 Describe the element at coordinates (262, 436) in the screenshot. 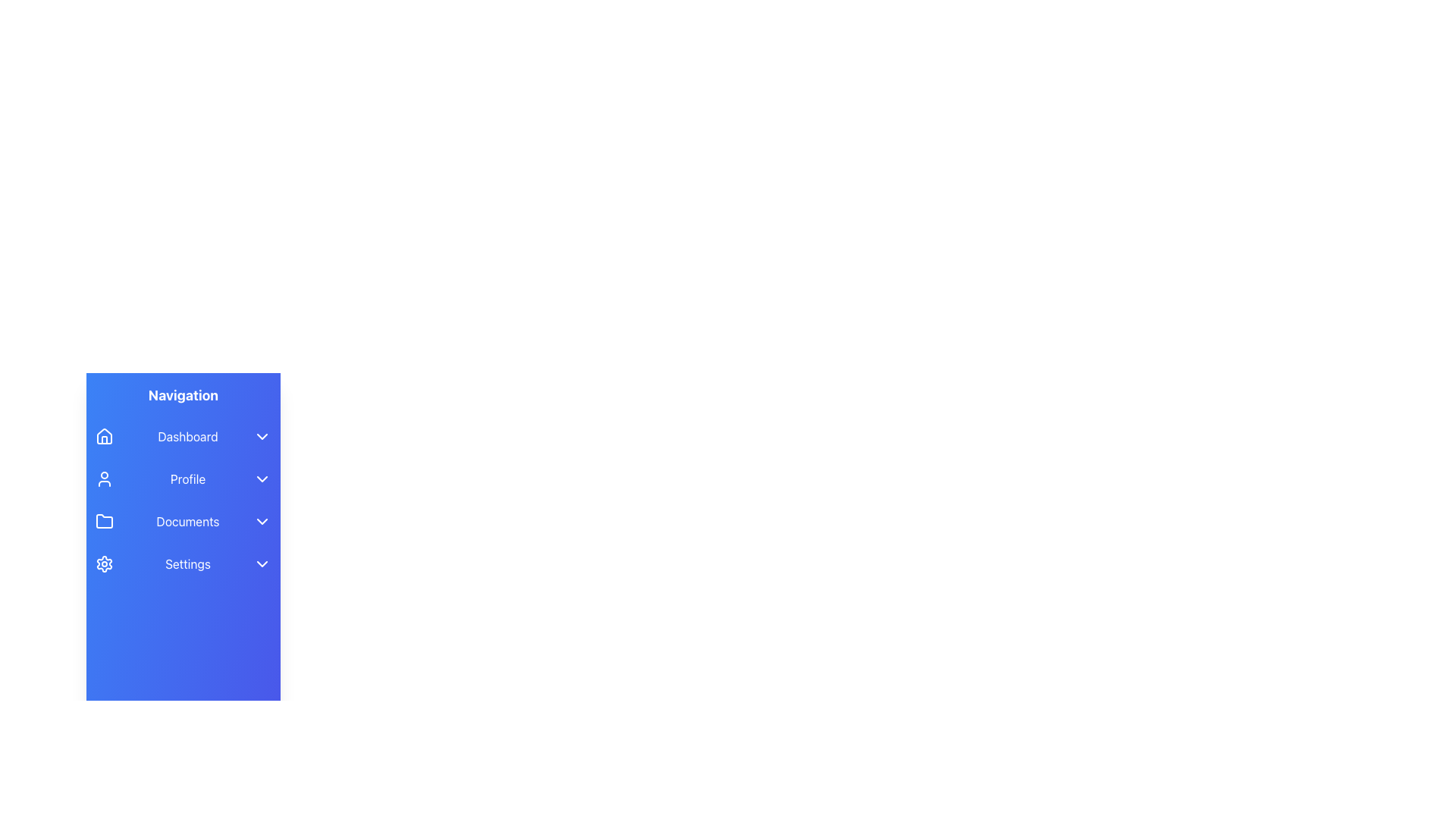

I see `the Dropdown indicator icon next to the 'Dashboard' label` at that location.